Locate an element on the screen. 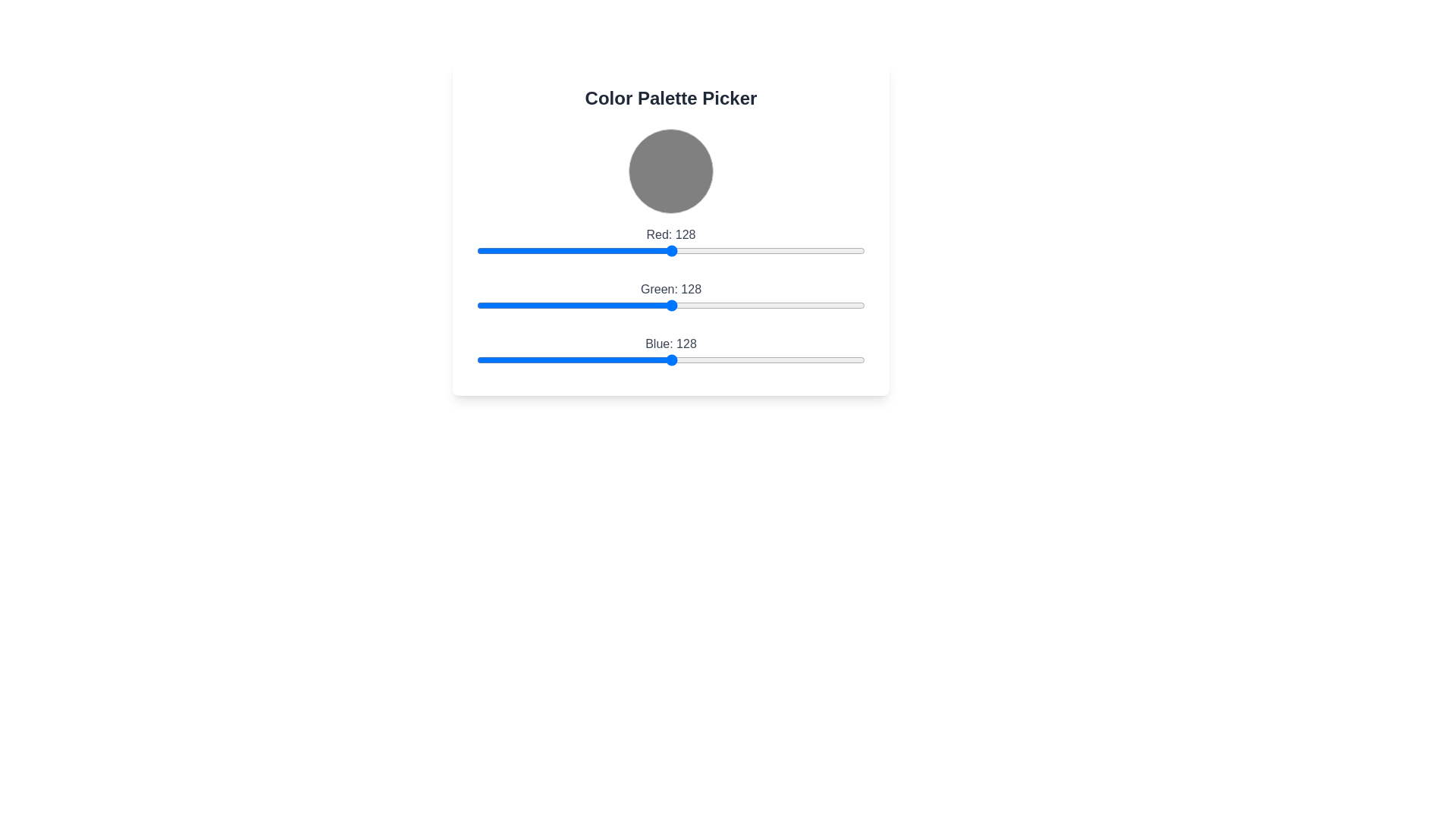  the green color value is located at coordinates (607, 305).